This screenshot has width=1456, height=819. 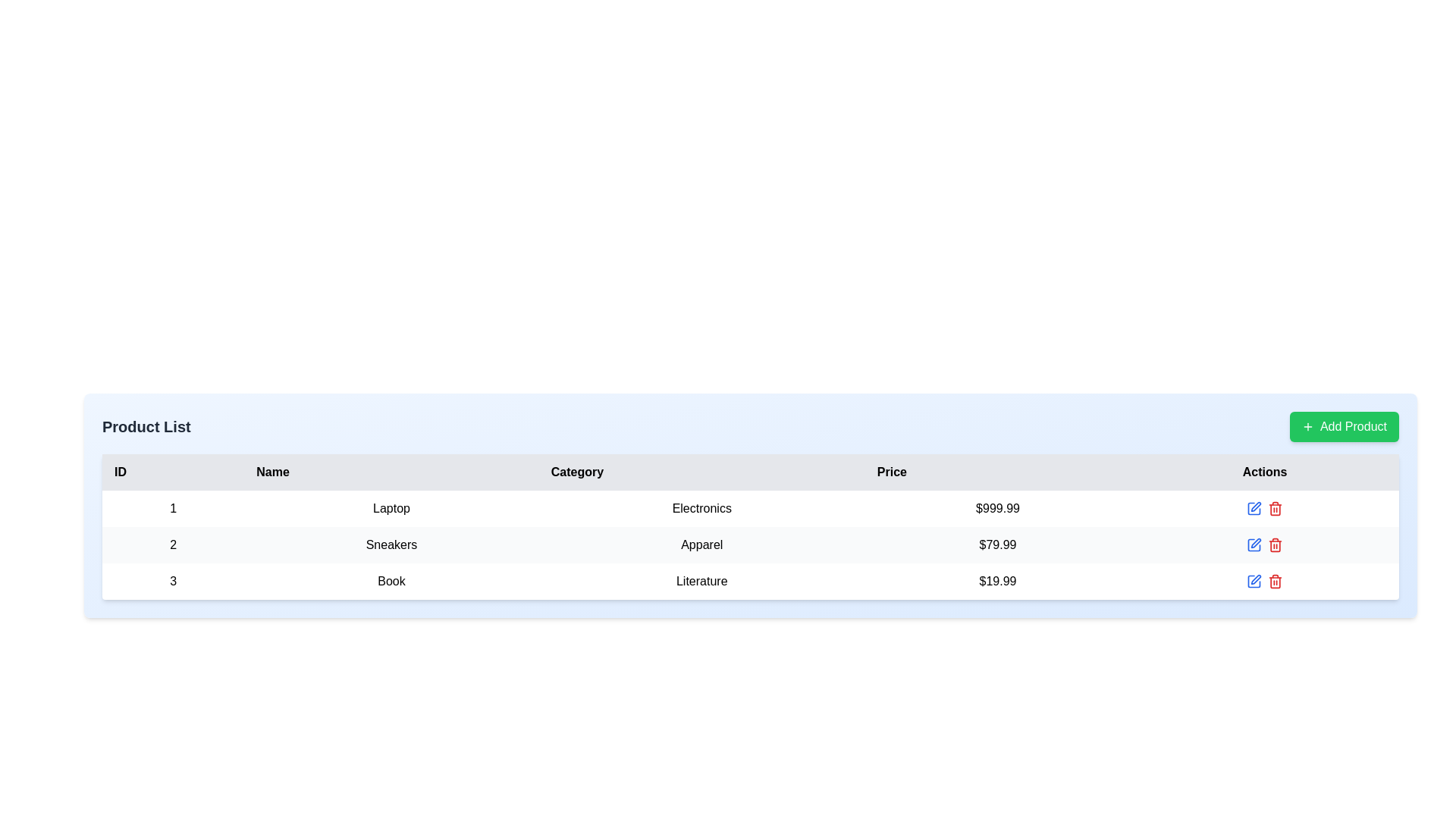 What do you see at coordinates (1275, 509) in the screenshot?
I see `the trash can icon in the 'Actions' column of the table` at bounding box center [1275, 509].